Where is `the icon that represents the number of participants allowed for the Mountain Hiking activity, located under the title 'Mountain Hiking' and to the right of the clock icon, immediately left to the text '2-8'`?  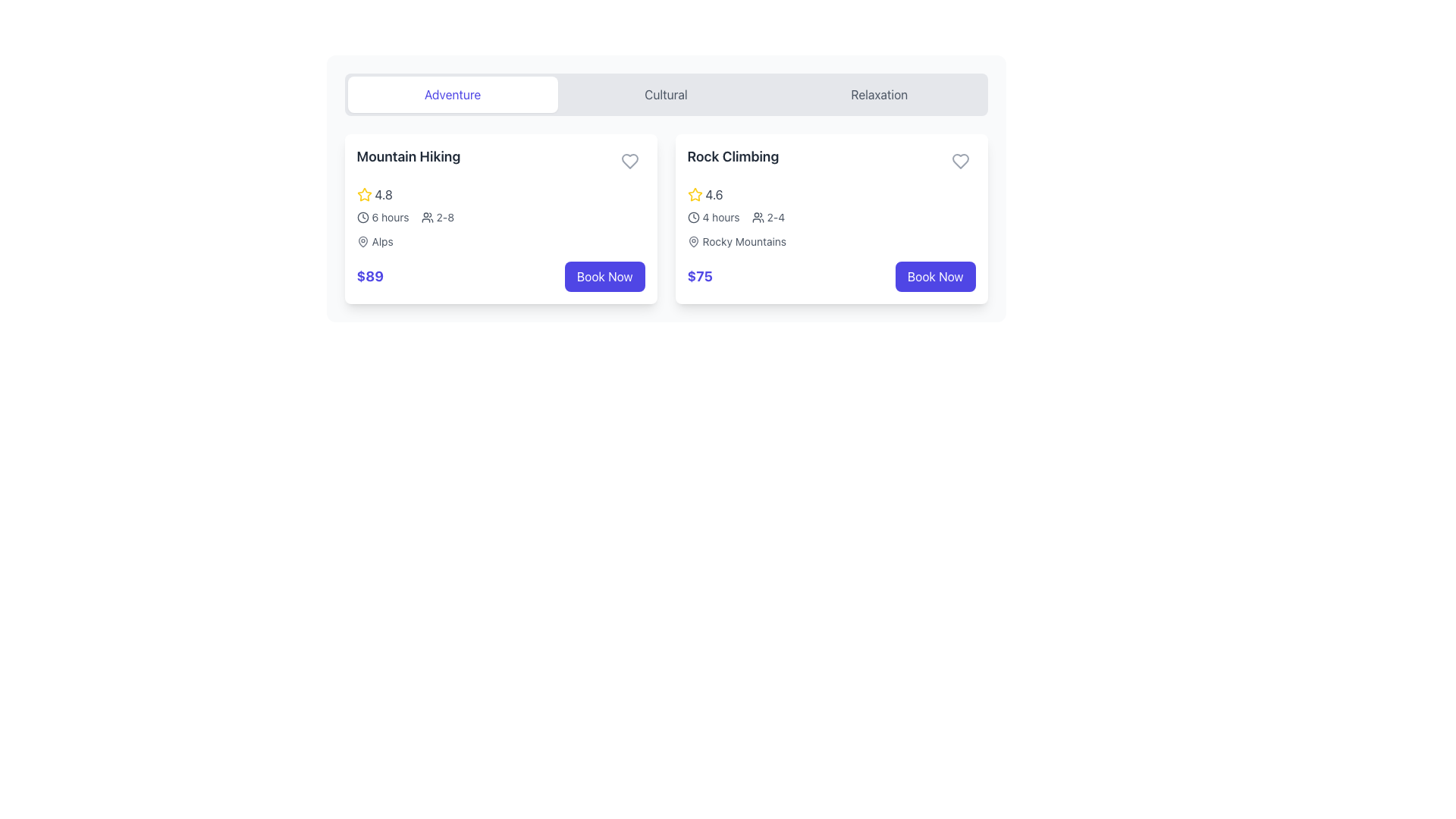 the icon that represents the number of participants allowed for the Mountain Hiking activity, located under the title 'Mountain Hiking' and to the right of the clock icon, immediately left to the text '2-8' is located at coordinates (426, 217).